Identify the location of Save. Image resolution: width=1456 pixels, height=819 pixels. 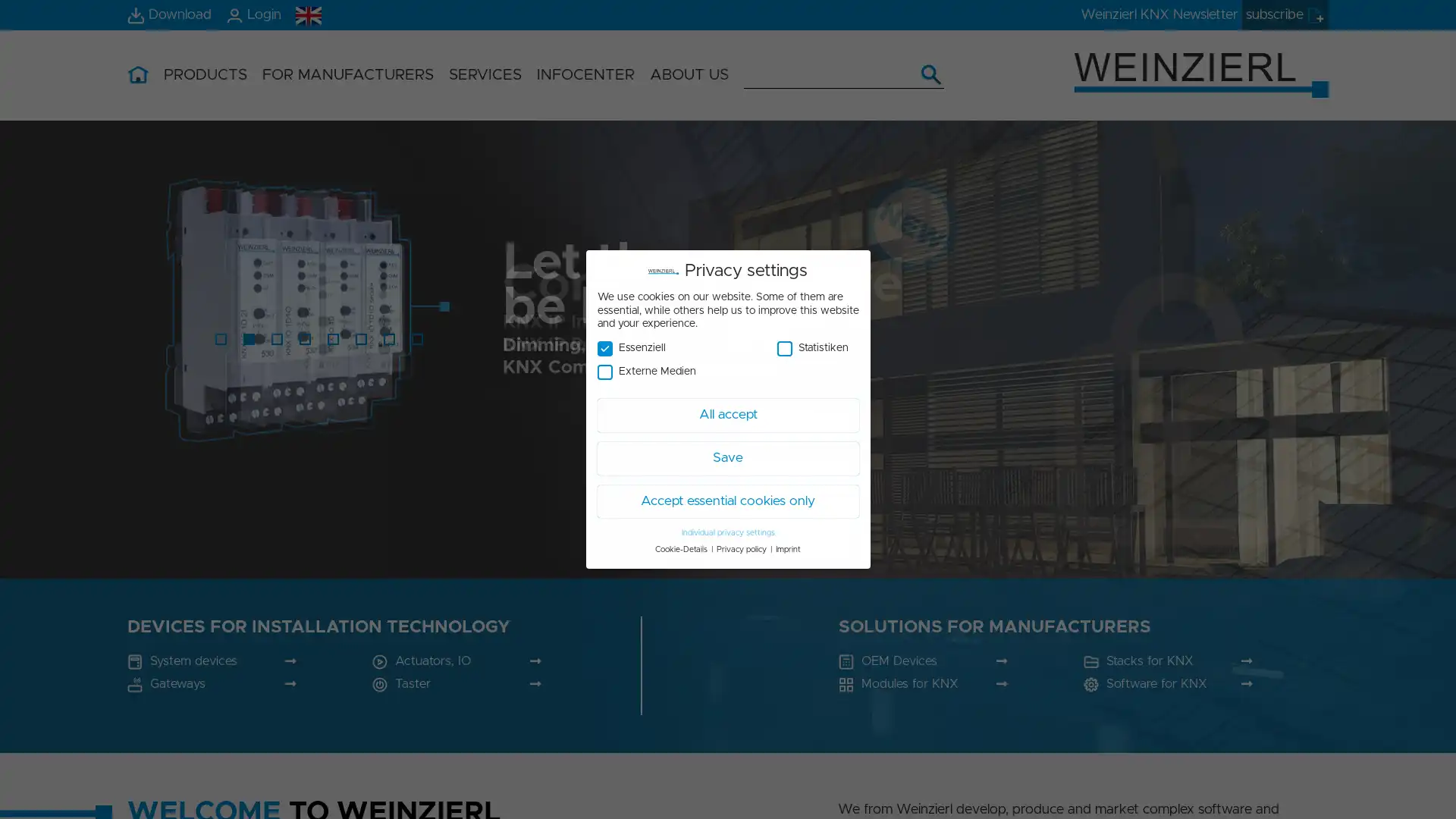
(726, 457).